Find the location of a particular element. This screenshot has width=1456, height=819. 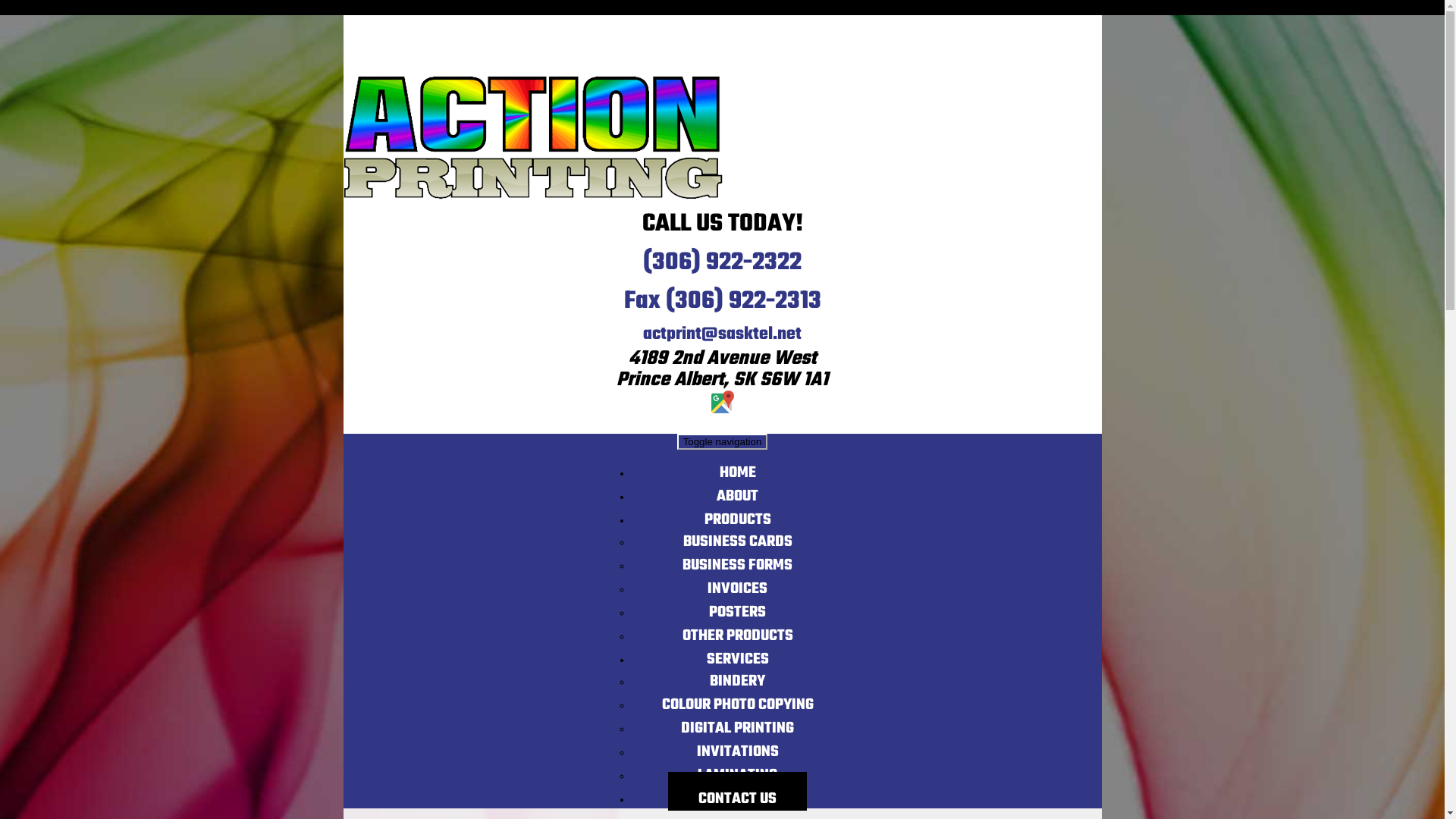

'DIGITAL PRINTING' is located at coordinates (651, 720).